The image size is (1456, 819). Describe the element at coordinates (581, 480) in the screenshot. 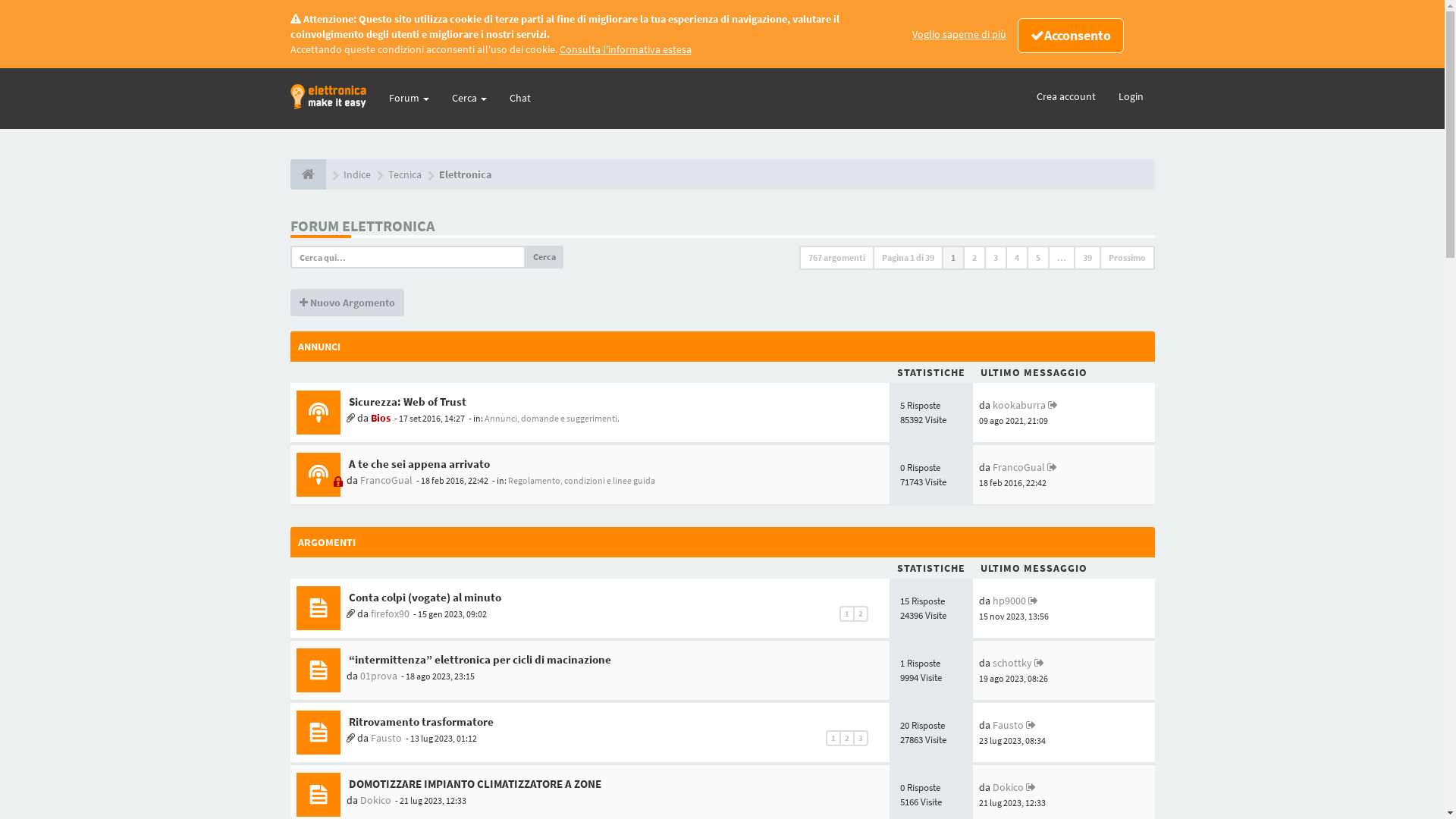

I see `'Regolamento, condizioni e linee guida'` at that location.